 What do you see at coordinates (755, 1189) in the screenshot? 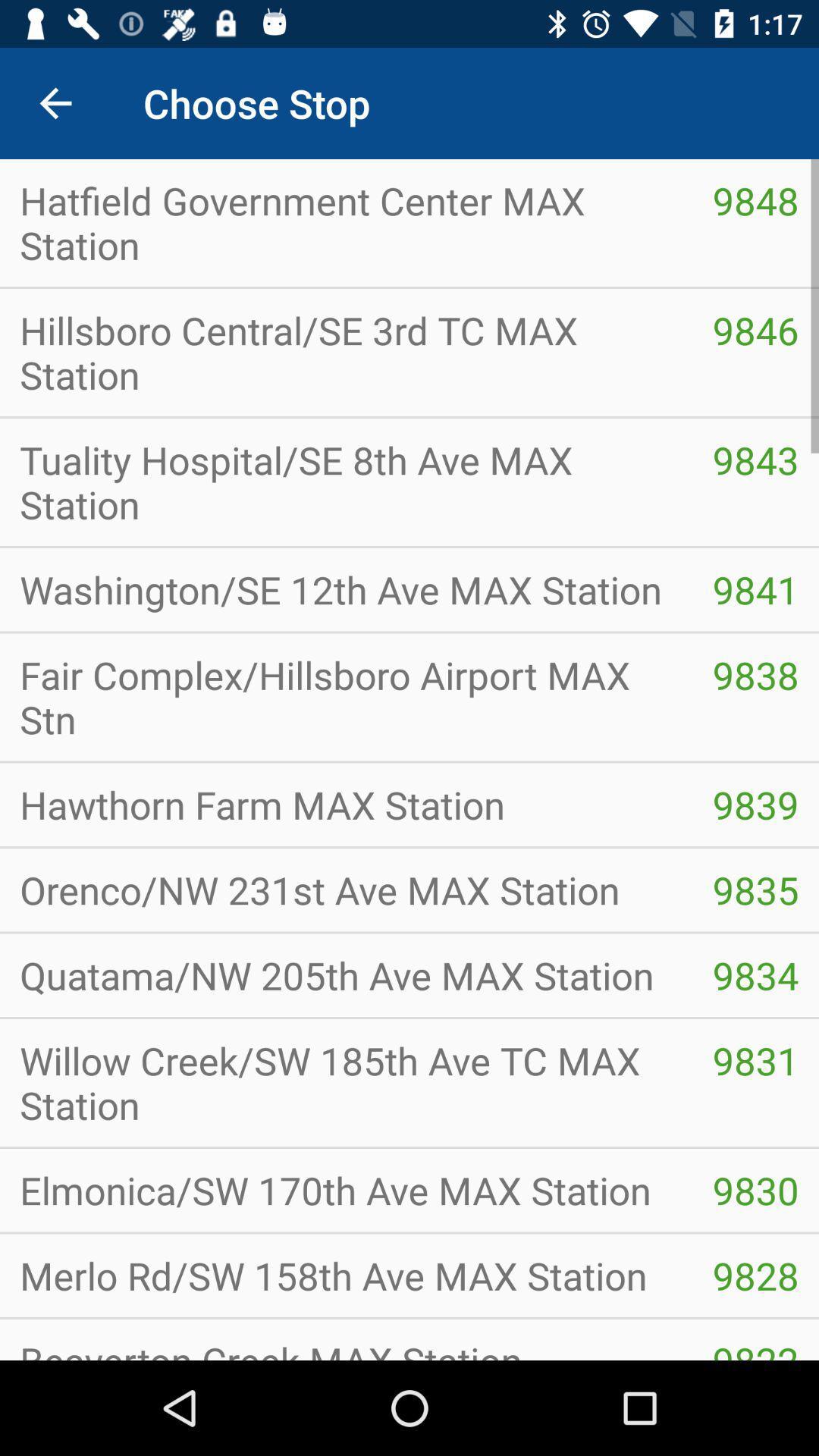
I see `item below willow creek sw item` at bounding box center [755, 1189].